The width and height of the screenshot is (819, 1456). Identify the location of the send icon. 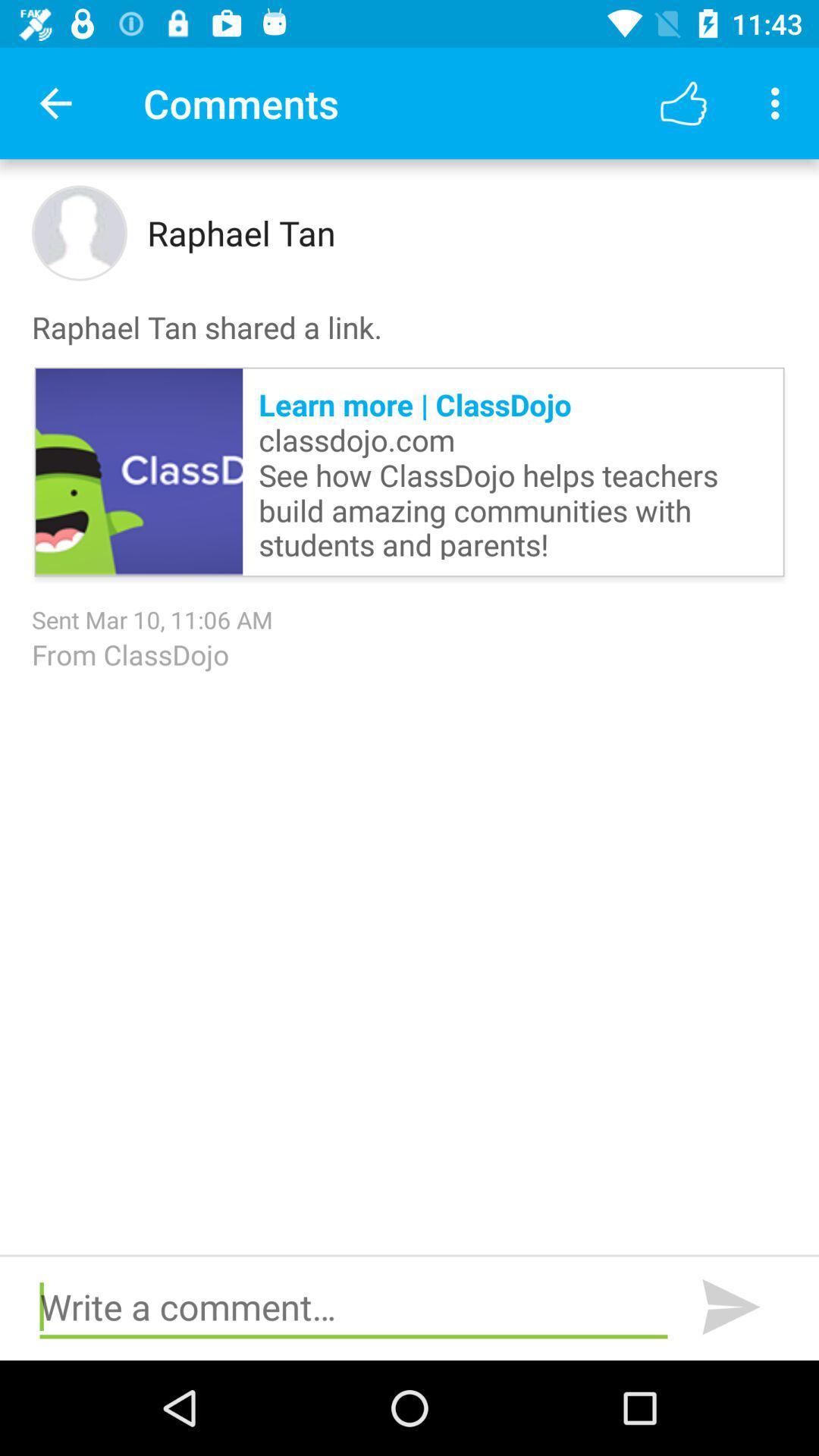
(730, 1307).